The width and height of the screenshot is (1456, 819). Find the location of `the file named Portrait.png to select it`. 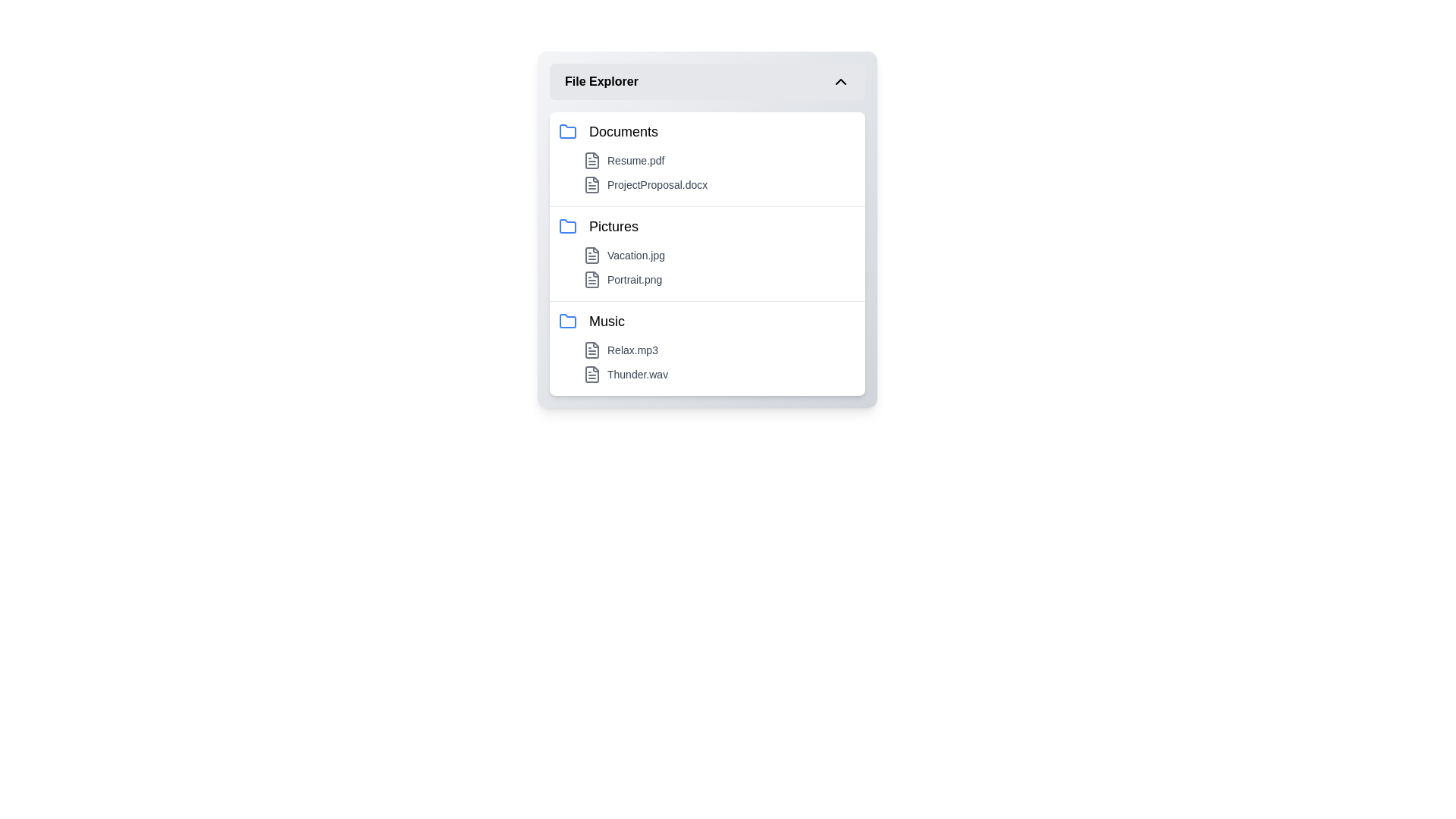

the file named Portrait.png to select it is located at coordinates (719, 280).